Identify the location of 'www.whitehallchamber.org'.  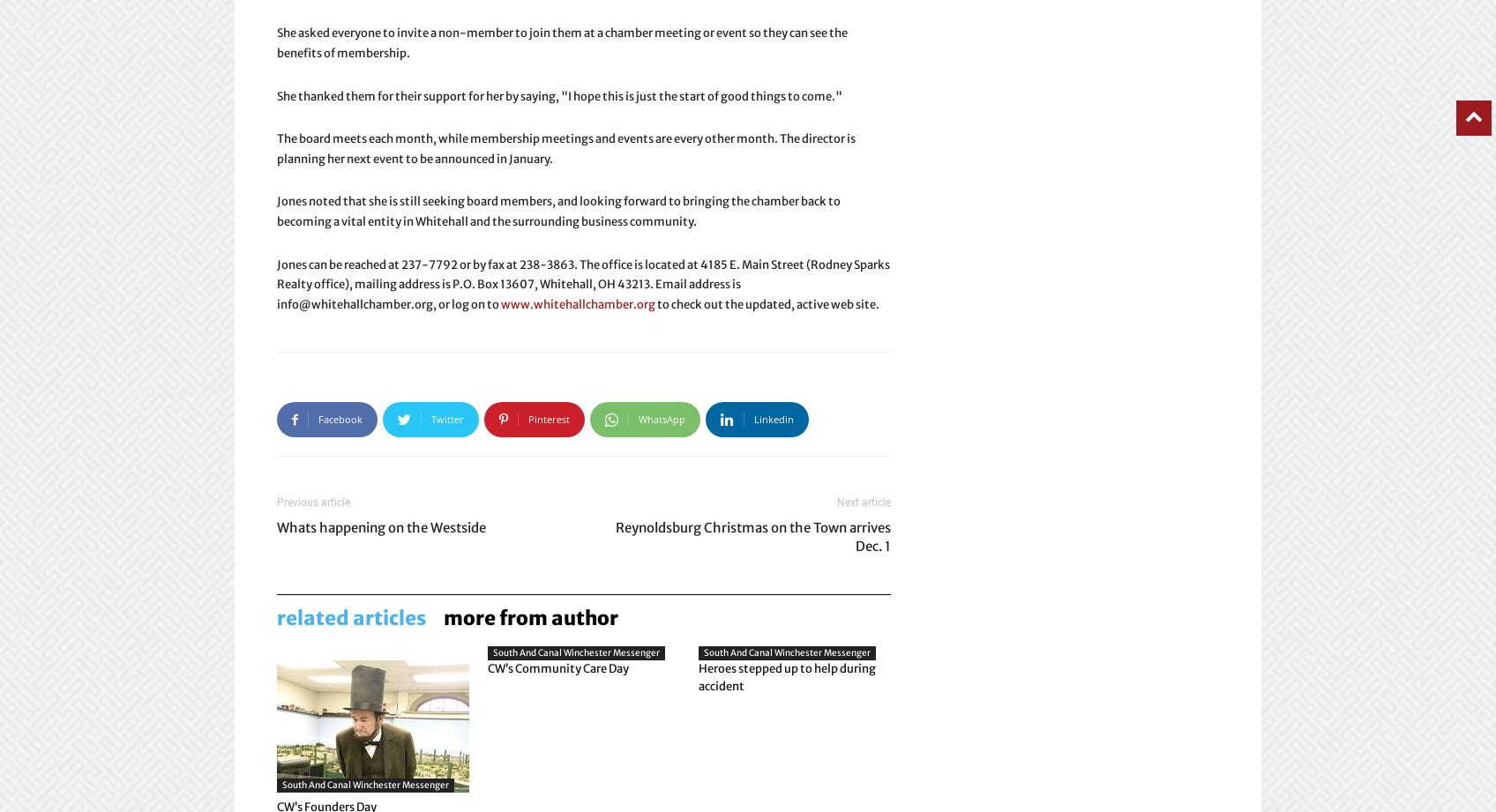
(577, 303).